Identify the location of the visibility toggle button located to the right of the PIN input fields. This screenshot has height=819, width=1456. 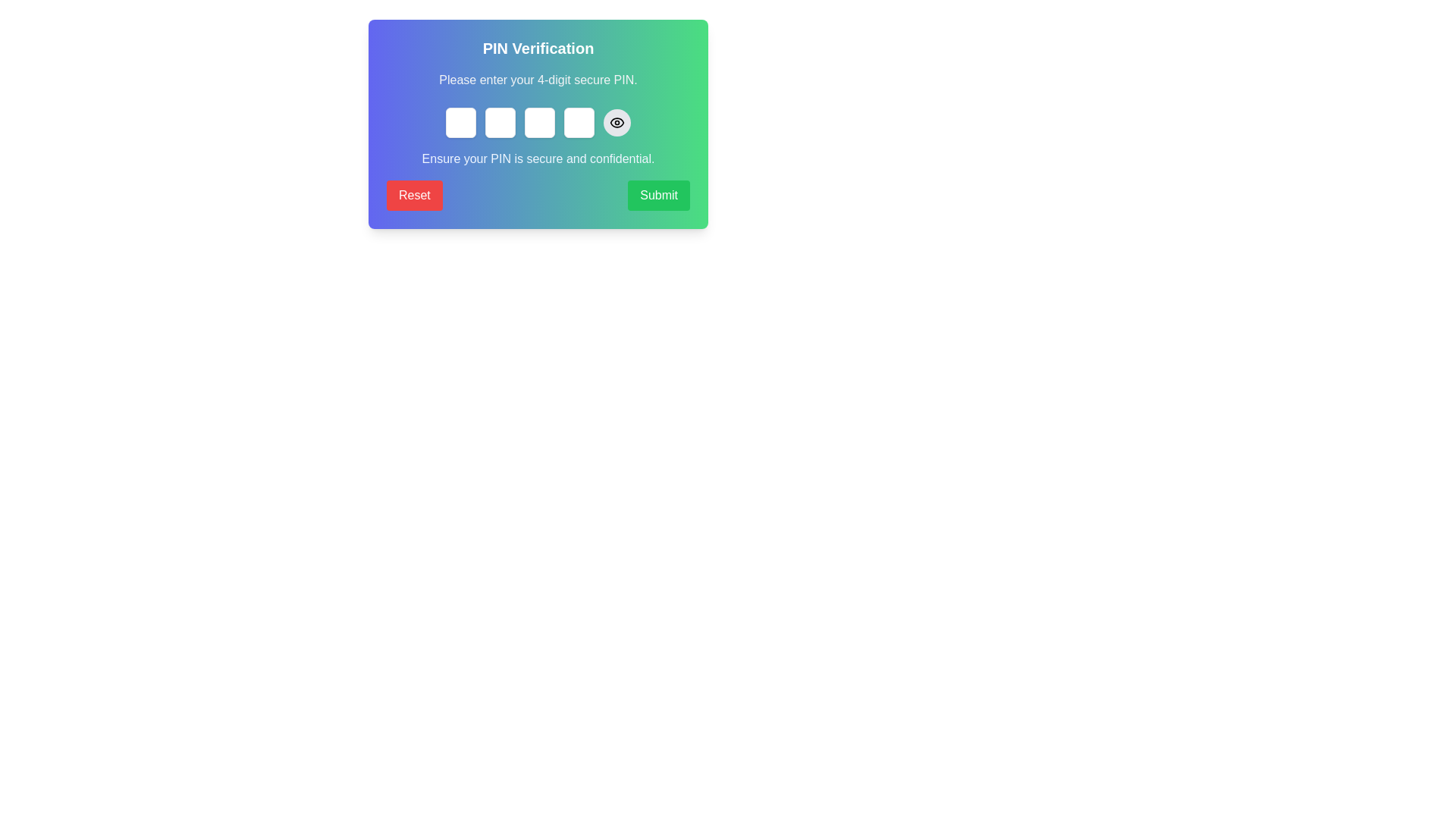
(617, 122).